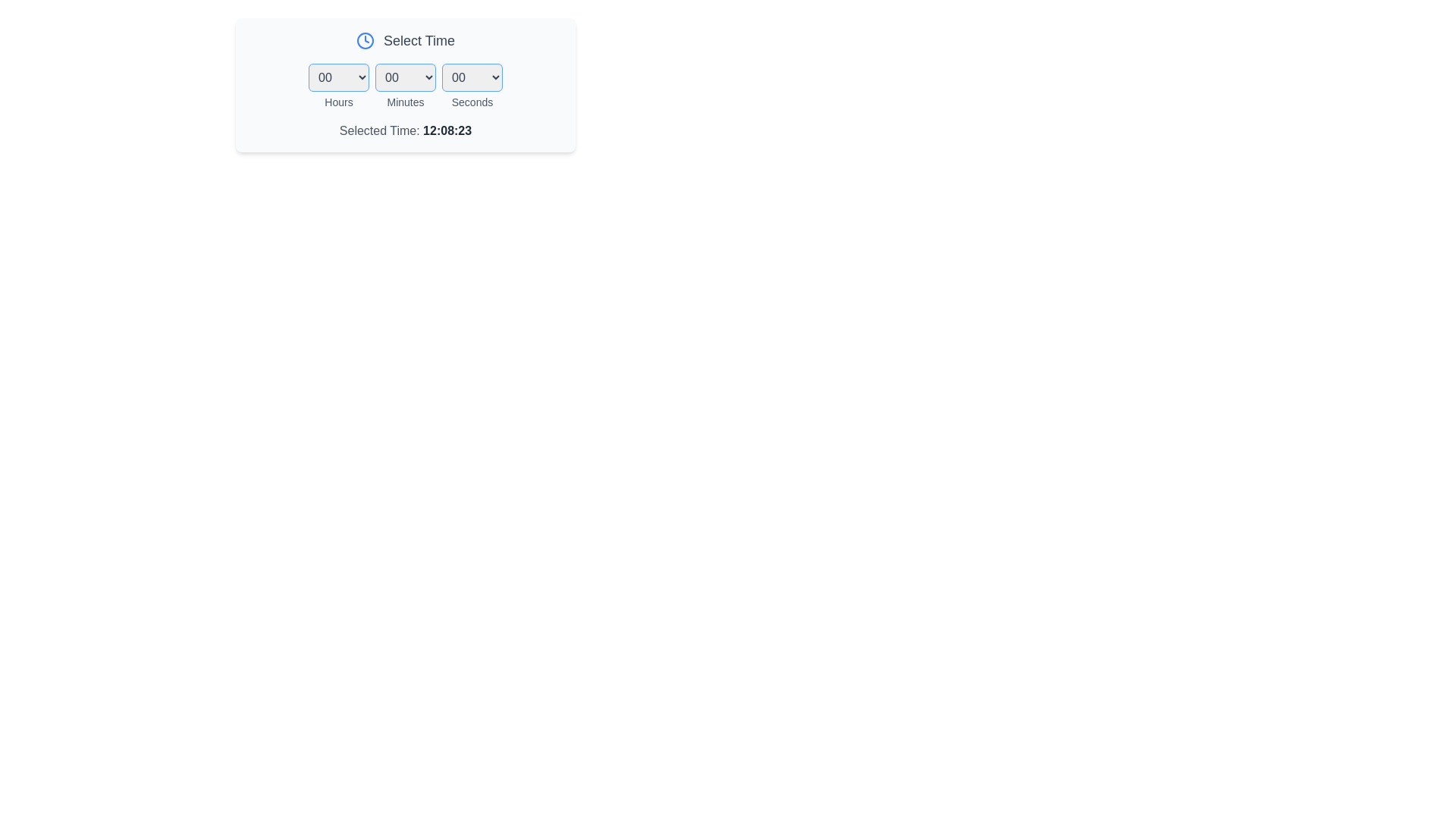 This screenshot has height=819, width=1456. I want to click on the label that signifies the hour selection dropdown menu, located below the dropdown and above the selected time text, so click(337, 102).